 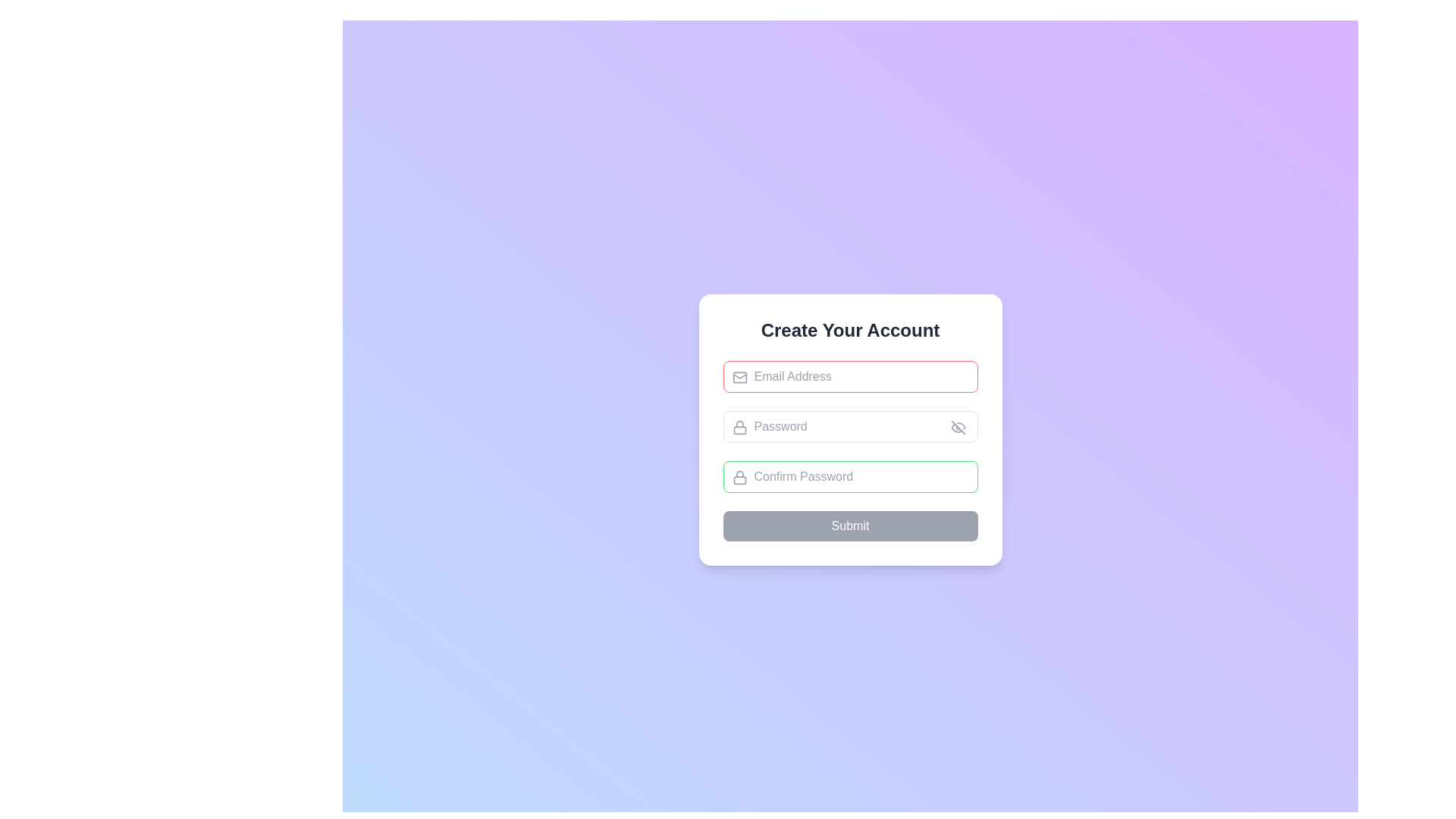 What do you see at coordinates (957, 427) in the screenshot?
I see `the eye icon indicating hidden password status in the 'Password' input field, which is located at the right side of the field` at bounding box center [957, 427].